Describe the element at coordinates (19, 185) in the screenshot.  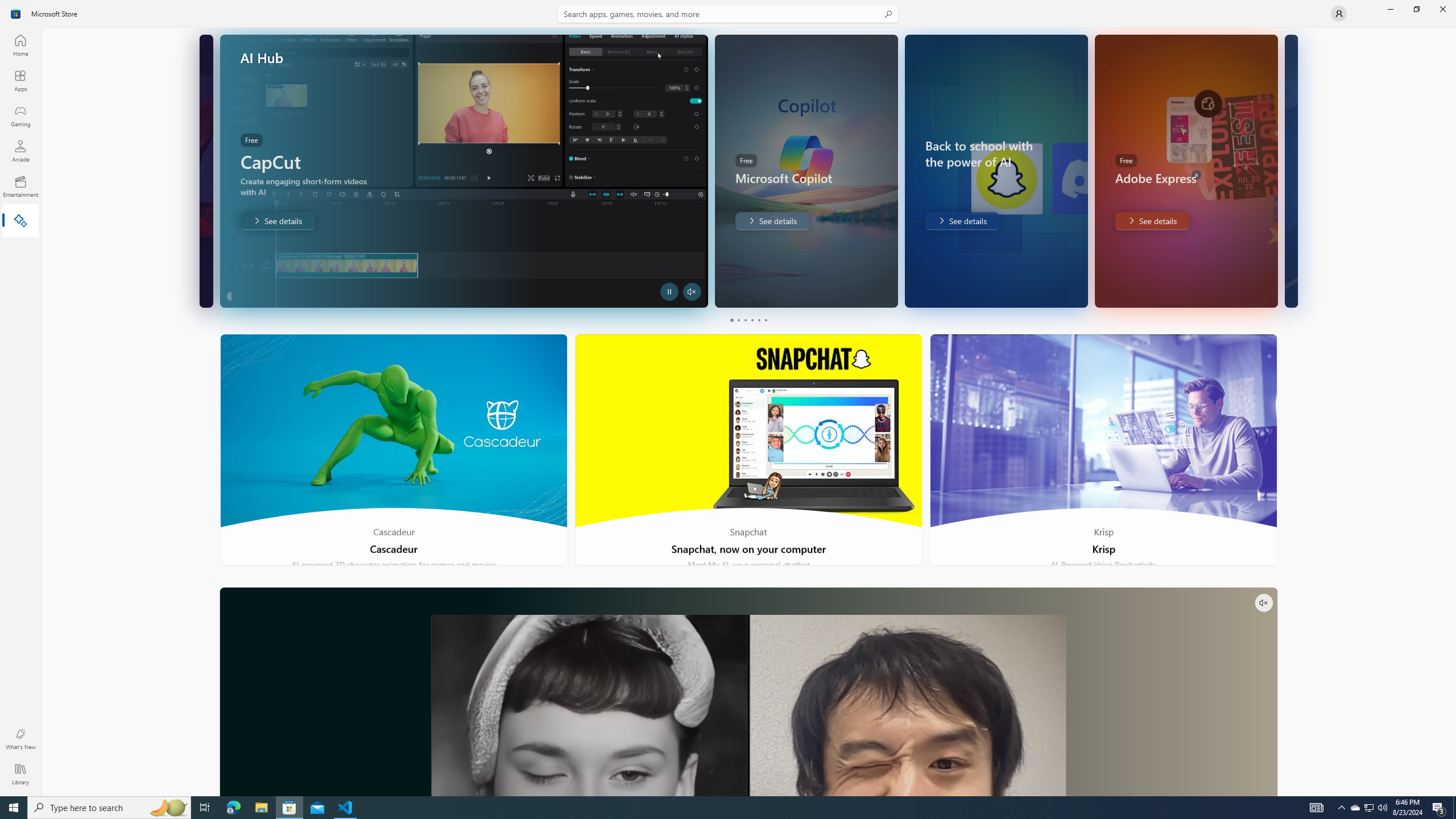
I see `'Entertainment'` at that location.